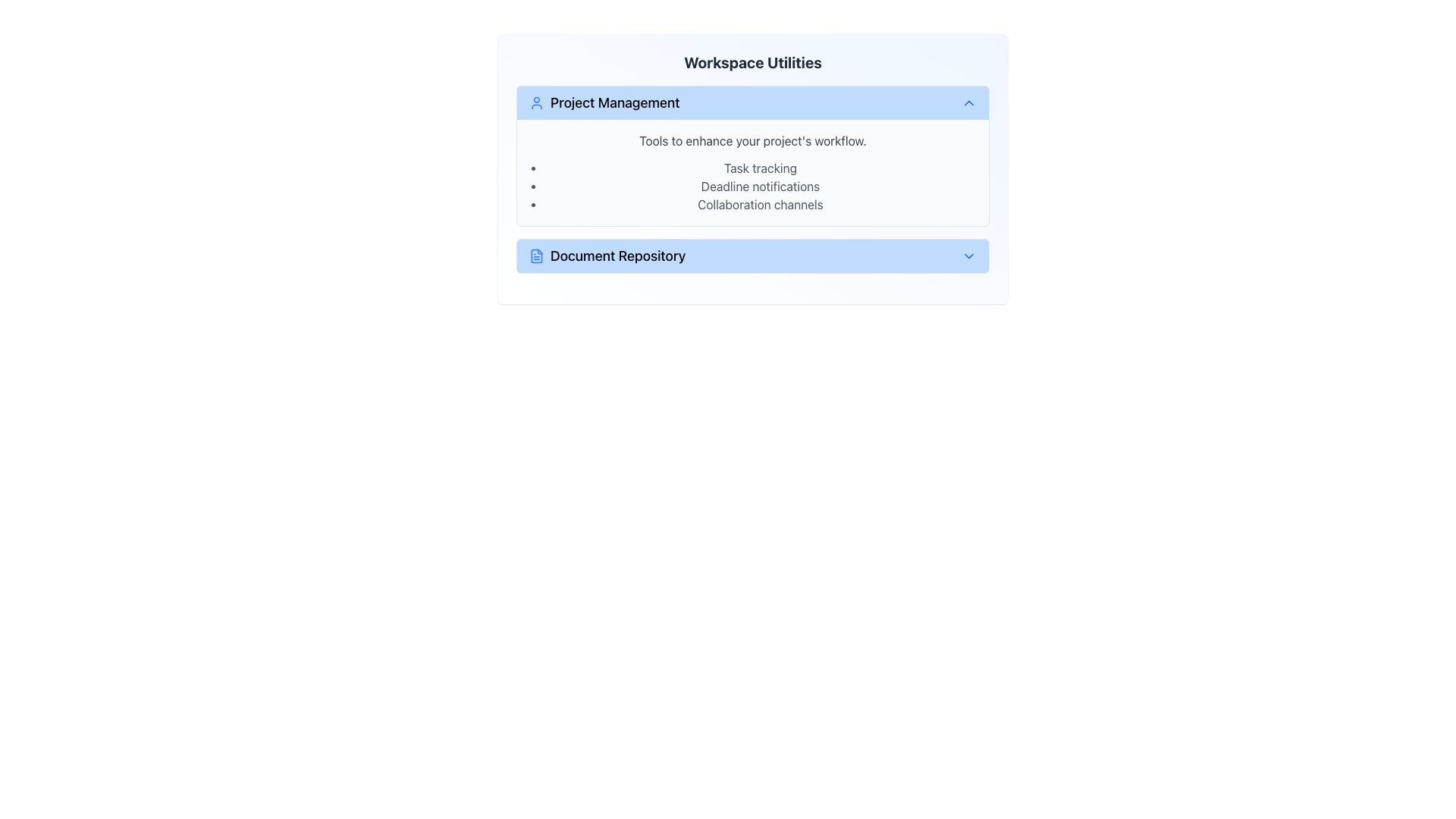  What do you see at coordinates (968, 102) in the screenshot?
I see `the upward-pointing chevron icon with a blue color, located on the rightmost side of the 'Project Management' button` at bounding box center [968, 102].